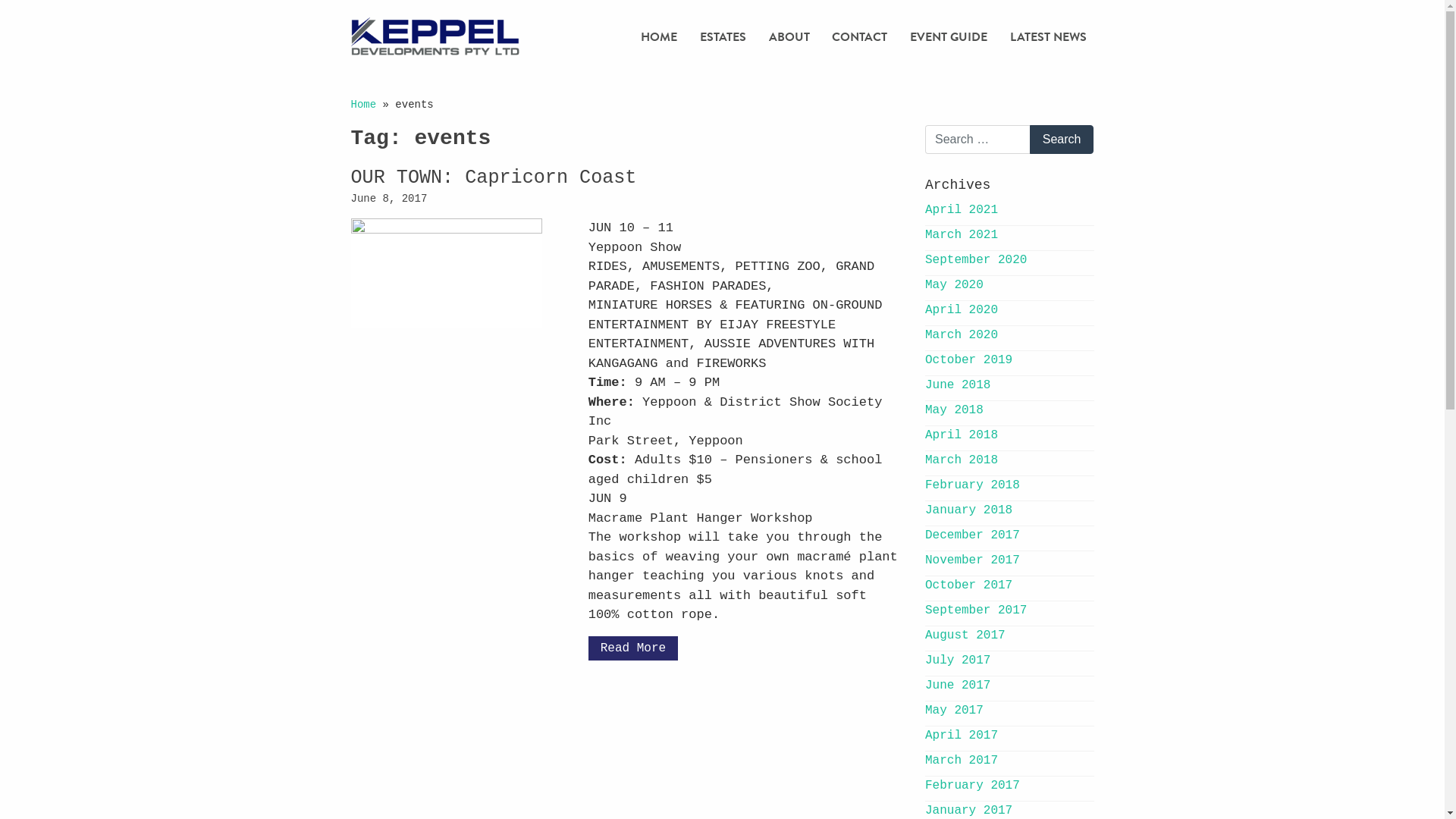  What do you see at coordinates (968, 359) in the screenshot?
I see `'October 2019'` at bounding box center [968, 359].